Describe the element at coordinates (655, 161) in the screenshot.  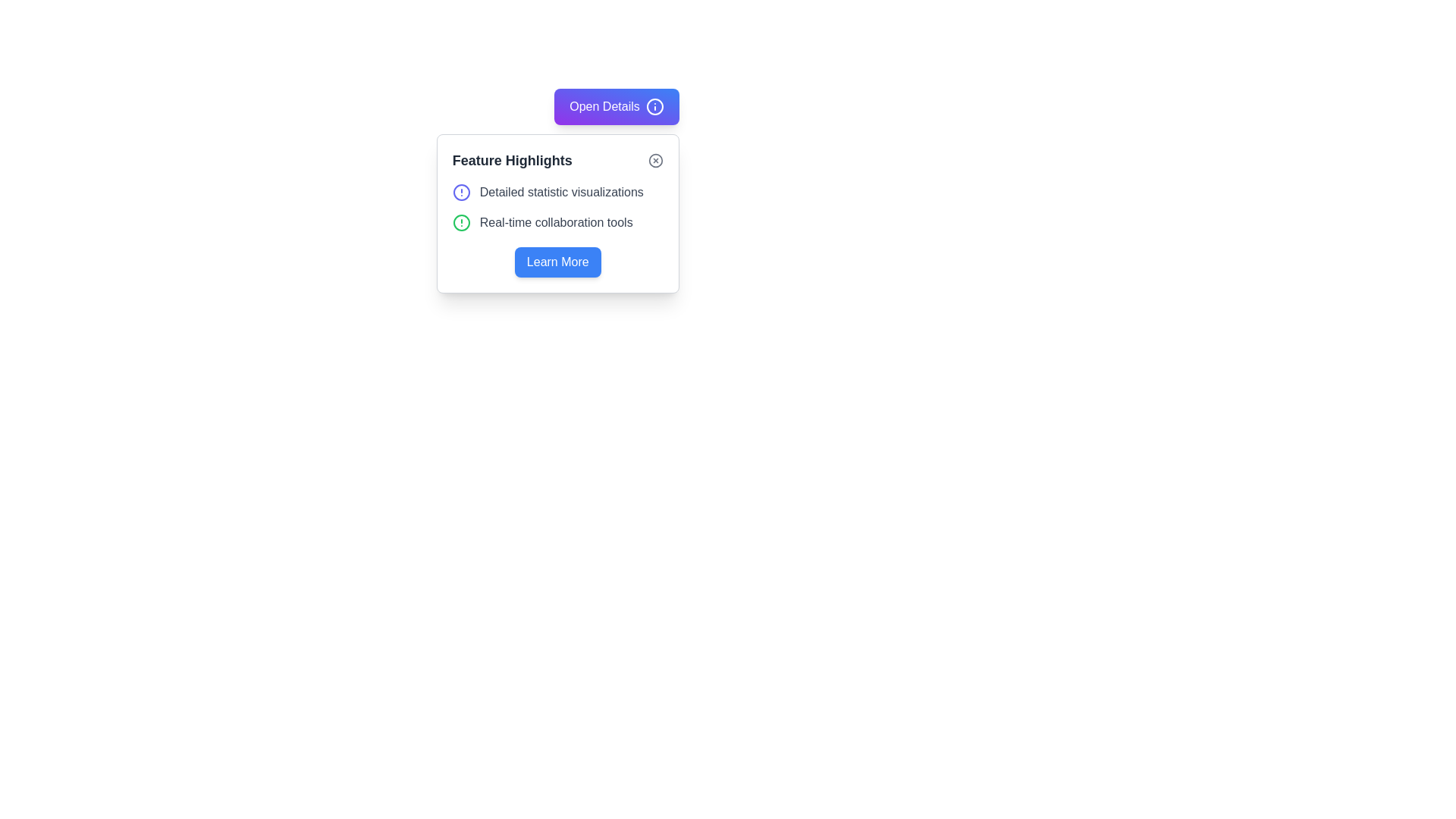
I see `the circular 'X' button next to the 'Feature Highlights' title to change its color to red` at that location.